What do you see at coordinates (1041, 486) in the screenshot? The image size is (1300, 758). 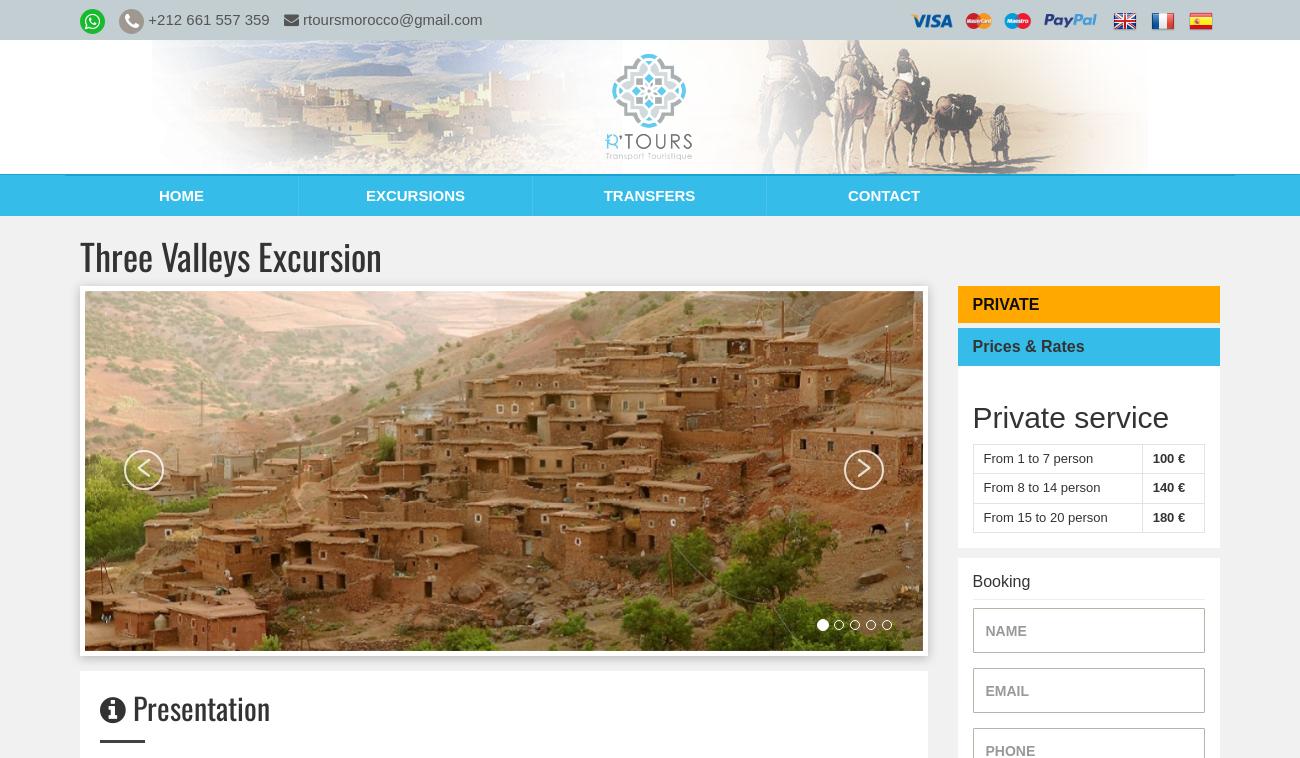 I see `'From 8 to 14 person'` at bounding box center [1041, 486].